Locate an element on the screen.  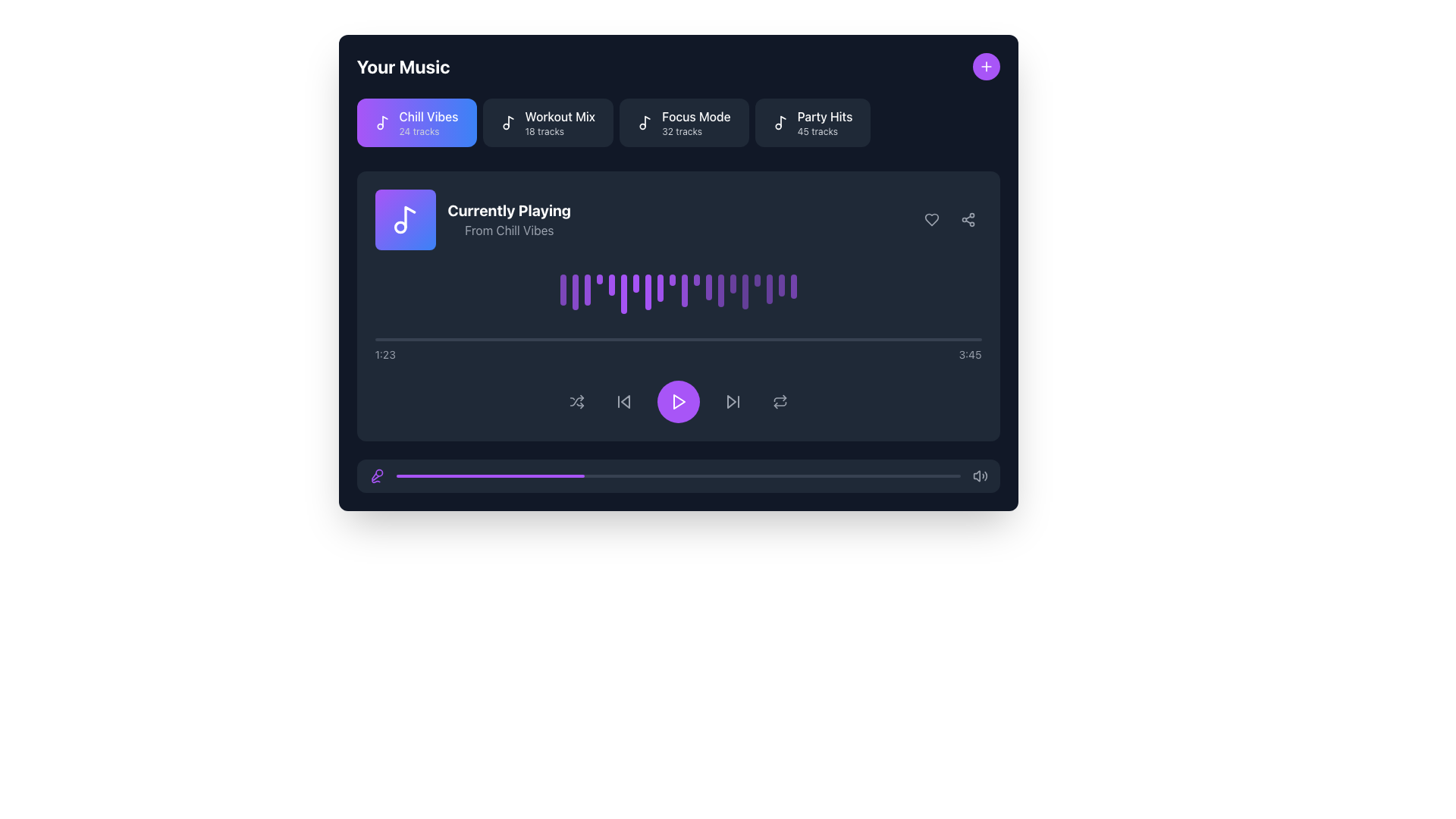
playback time is located at coordinates (722, 339).